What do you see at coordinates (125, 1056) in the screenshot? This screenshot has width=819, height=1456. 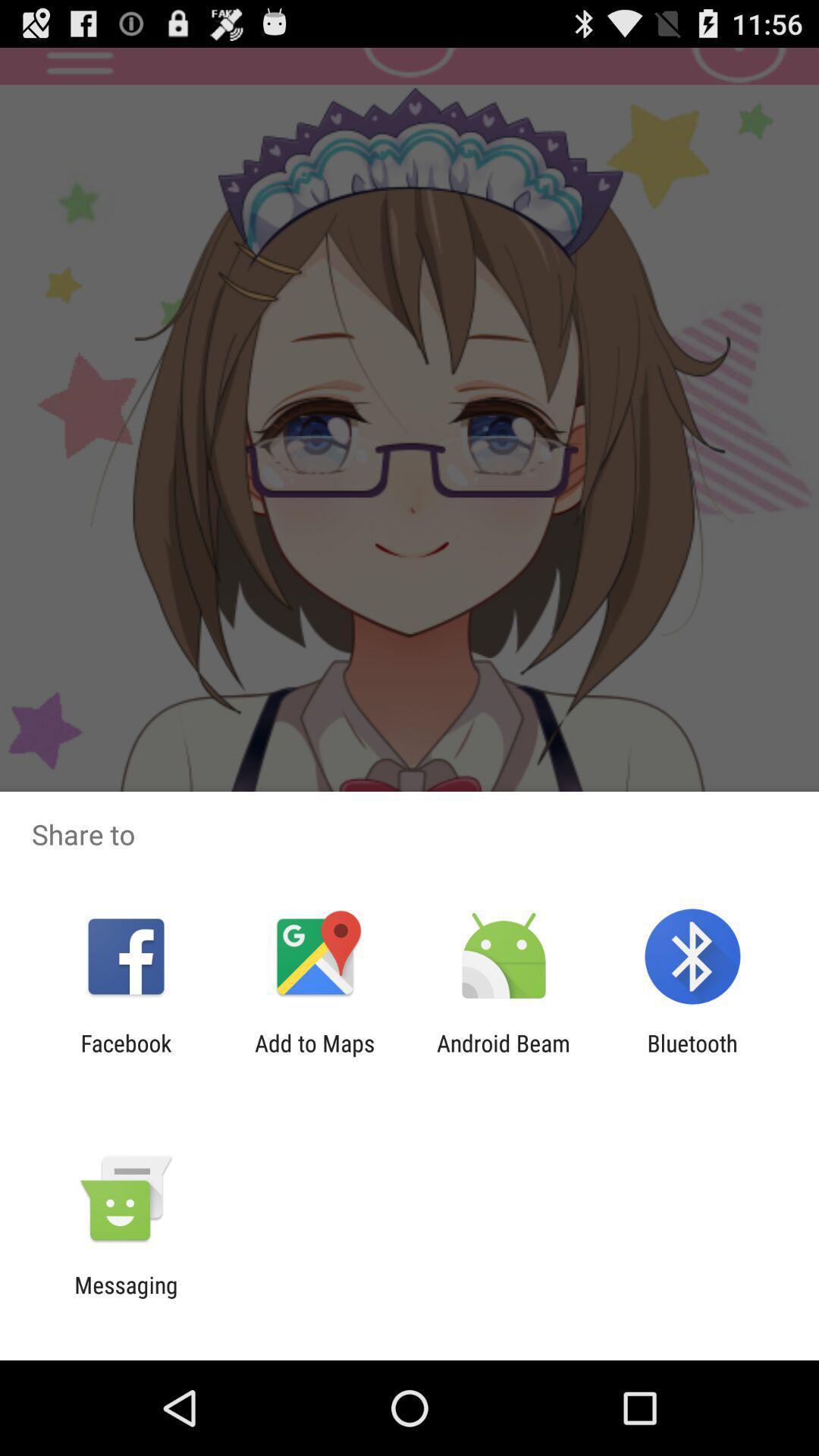 I see `the item next to add to maps app` at bounding box center [125, 1056].